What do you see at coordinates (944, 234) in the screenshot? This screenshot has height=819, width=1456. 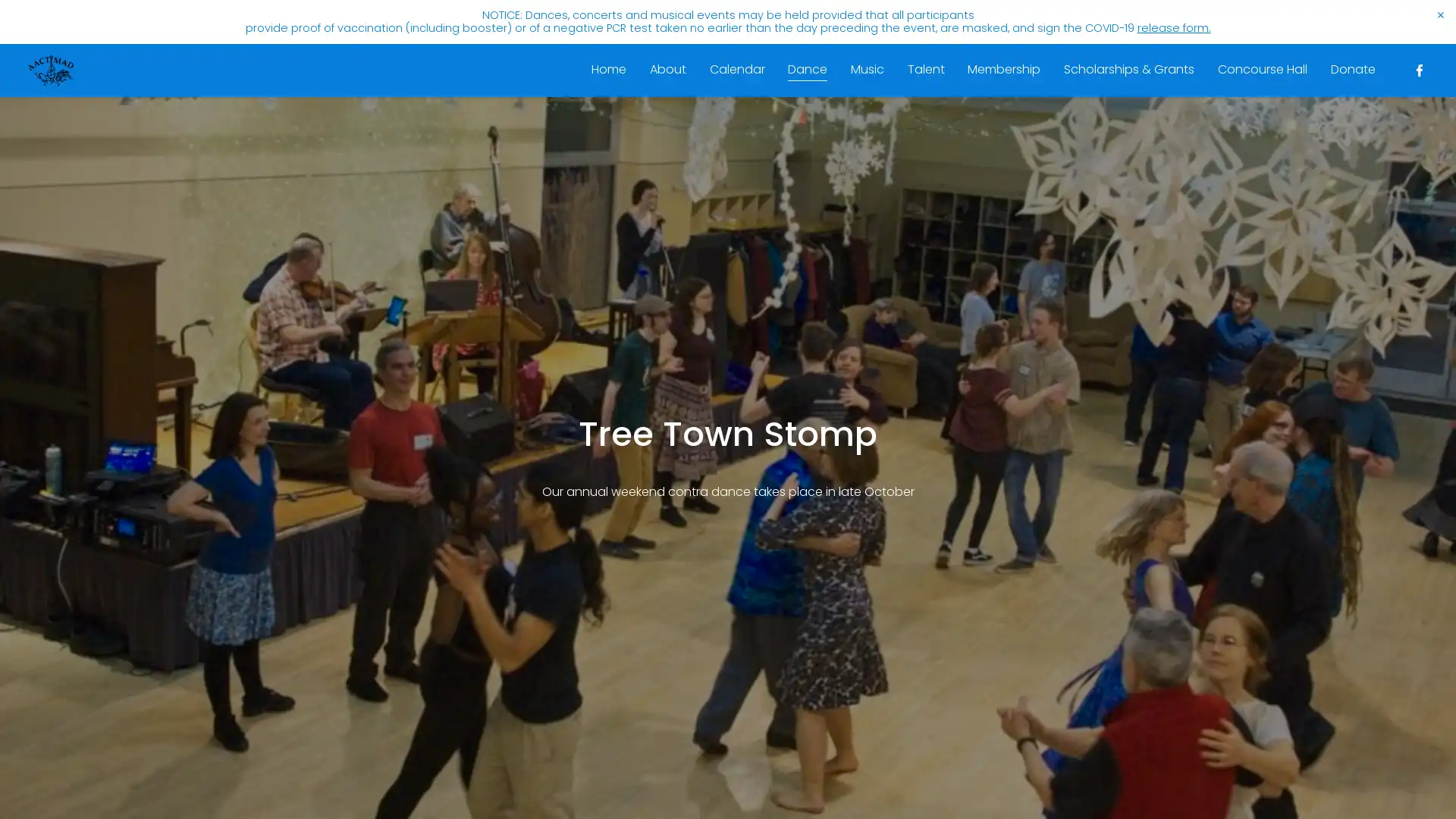 I see `Close` at bounding box center [944, 234].